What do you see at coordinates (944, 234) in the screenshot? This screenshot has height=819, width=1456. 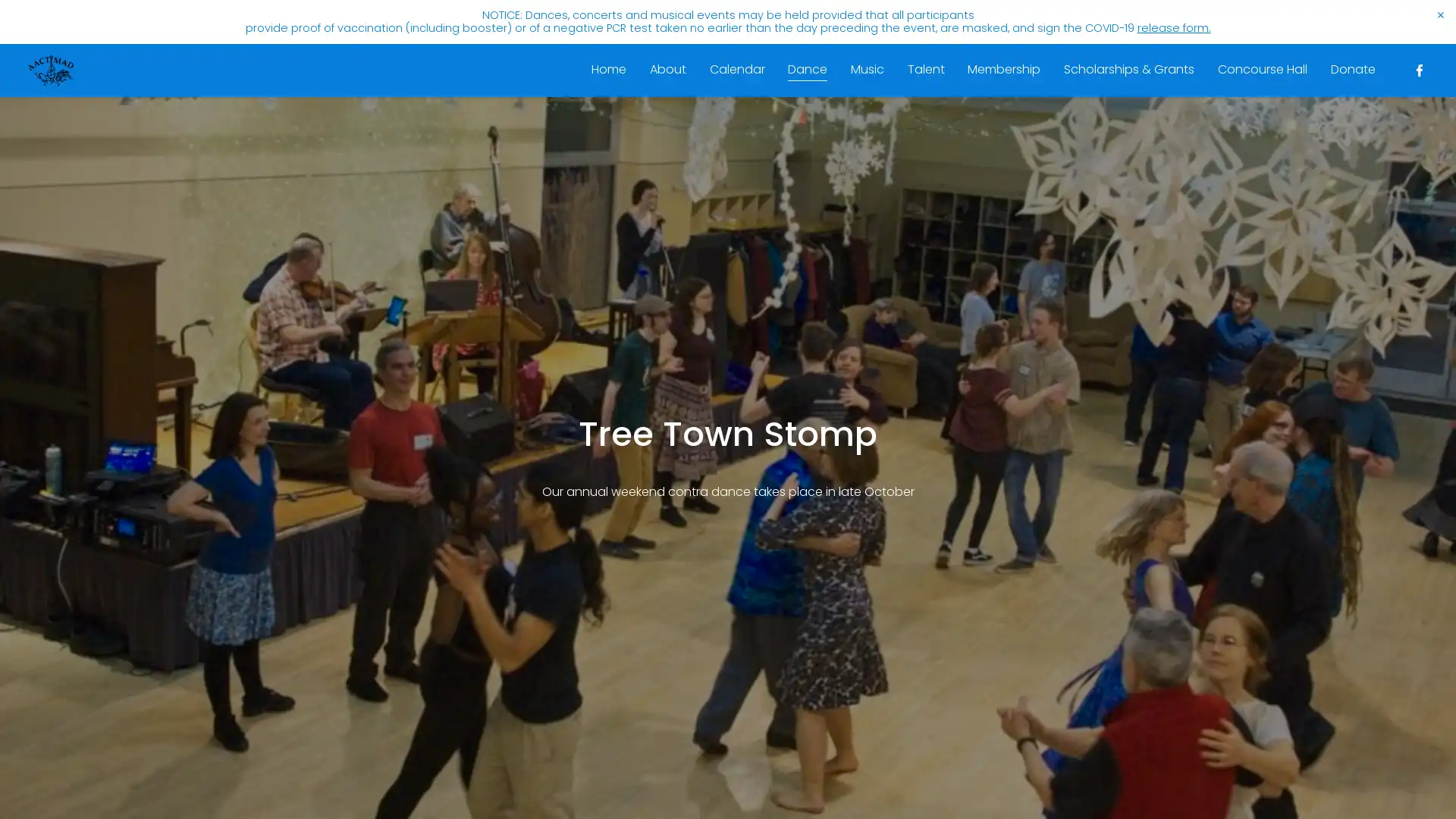 I see `Close` at bounding box center [944, 234].